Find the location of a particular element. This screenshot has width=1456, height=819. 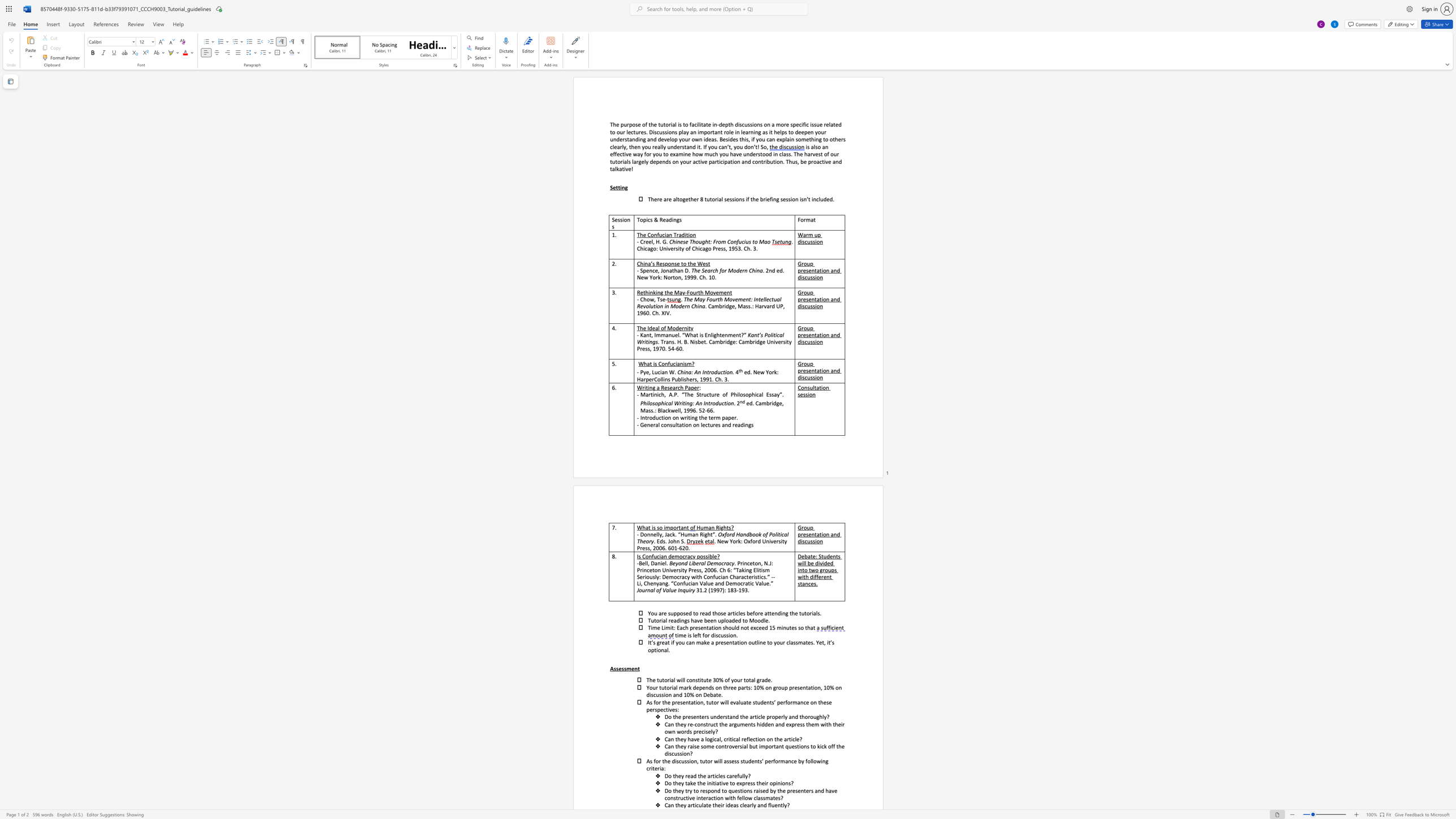

the subset text "Cr" within the text "- Creel, H. G." is located at coordinates (640, 241).